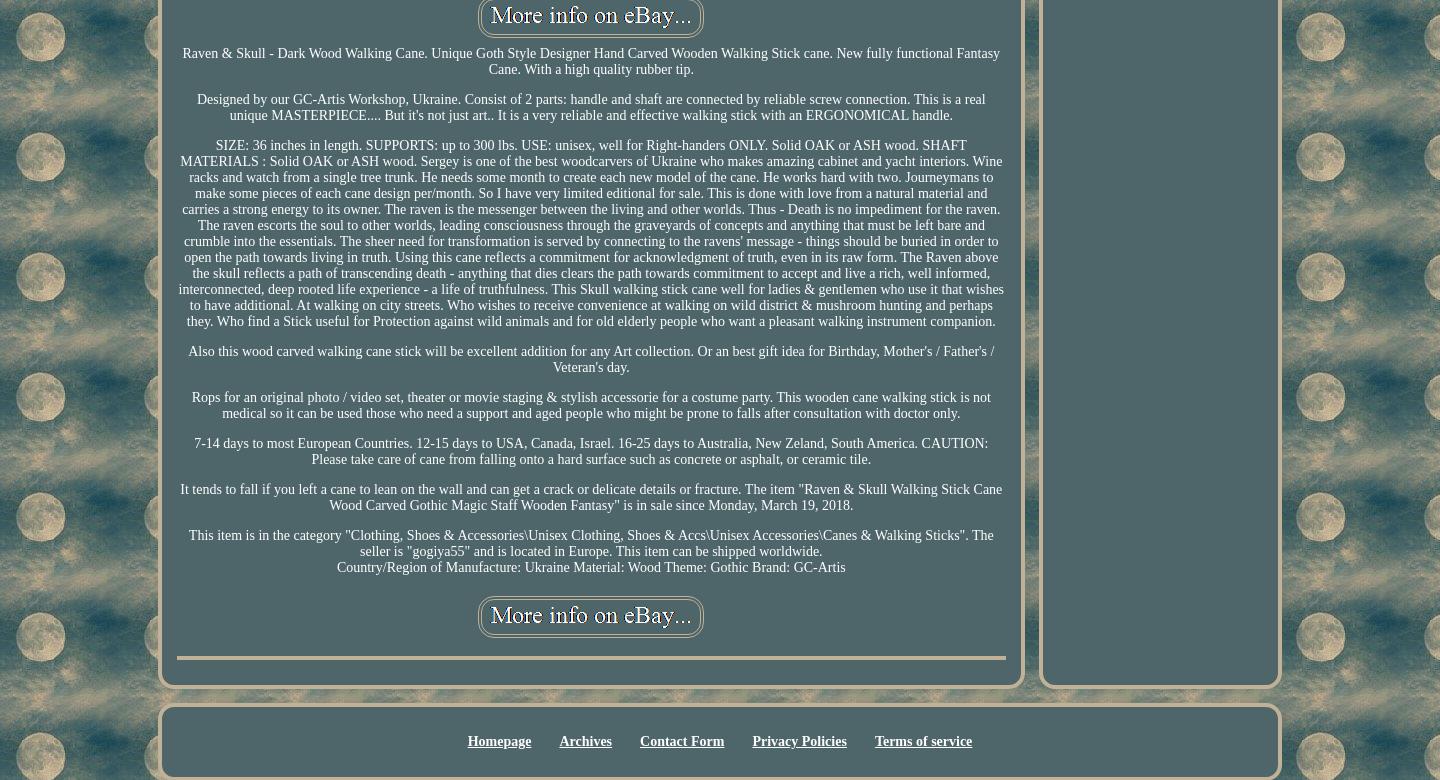 The image size is (1440, 780). Describe the element at coordinates (452, 566) in the screenshot. I see `'Country/Region of Manufacture: Ukraine'` at that location.